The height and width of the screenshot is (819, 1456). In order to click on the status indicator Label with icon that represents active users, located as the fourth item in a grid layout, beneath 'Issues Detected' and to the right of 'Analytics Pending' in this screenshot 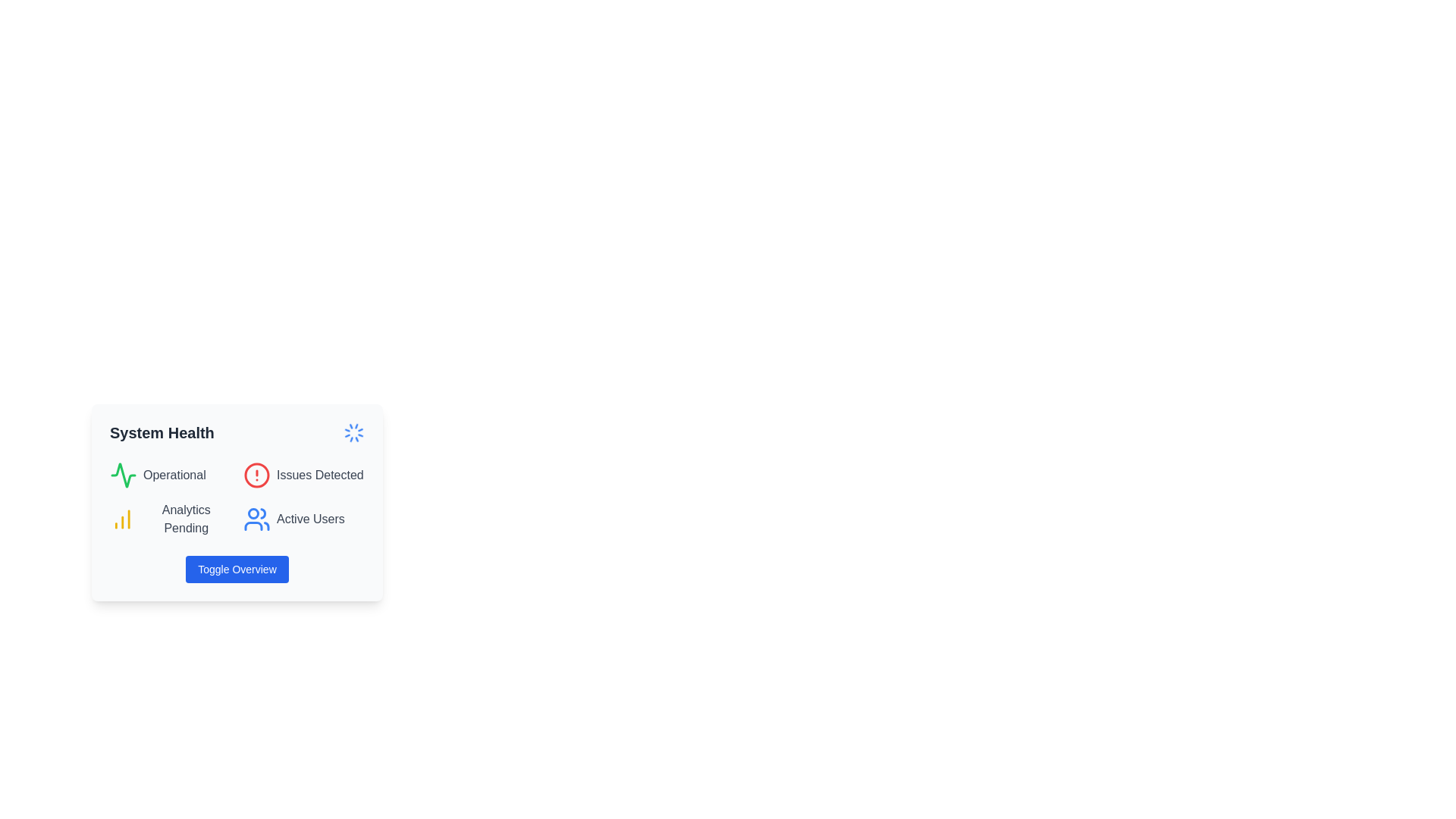, I will do `click(303, 519)`.